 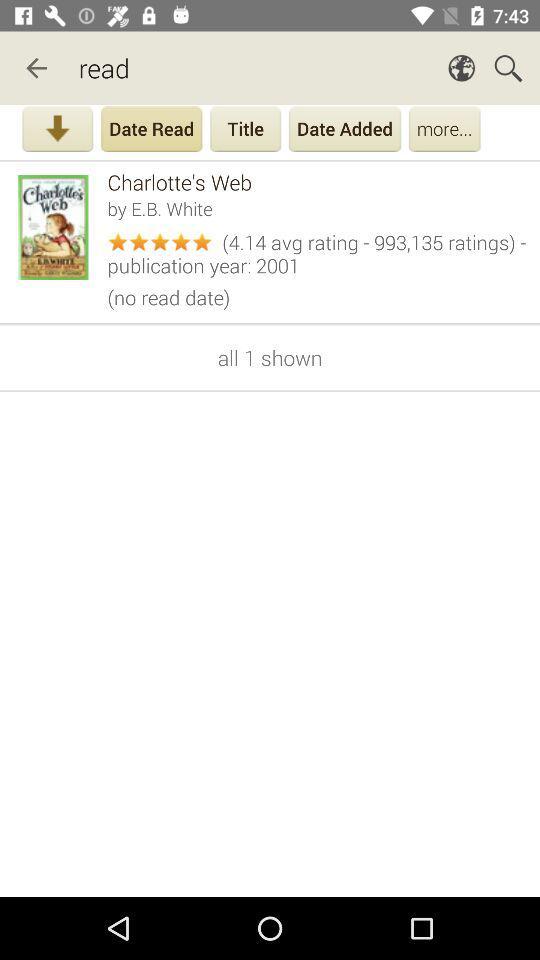 What do you see at coordinates (317, 250) in the screenshot?
I see `the 4 14 avg` at bounding box center [317, 250].